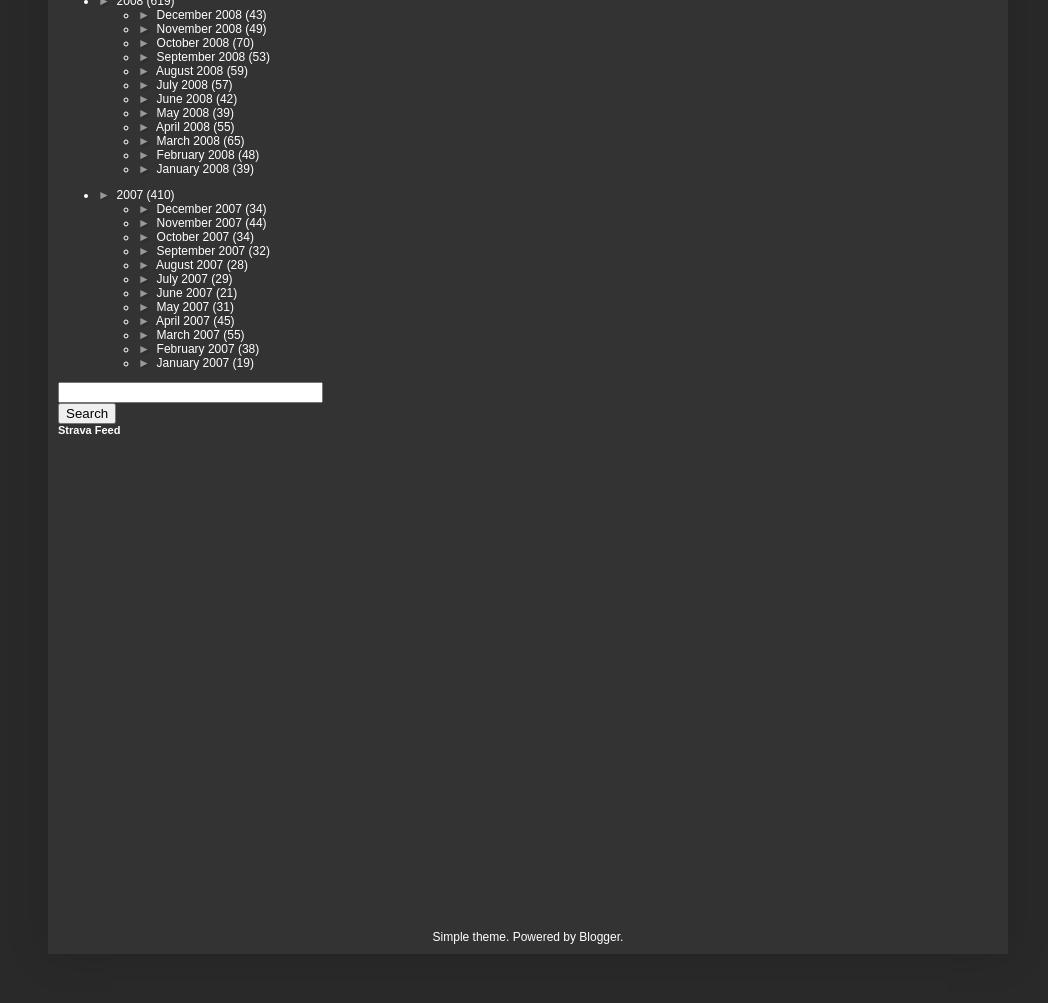 The image size is (1048, 1003). Describe the element at coordinates (247, 347) in the screenshot. I see `'(38)'` at that location.